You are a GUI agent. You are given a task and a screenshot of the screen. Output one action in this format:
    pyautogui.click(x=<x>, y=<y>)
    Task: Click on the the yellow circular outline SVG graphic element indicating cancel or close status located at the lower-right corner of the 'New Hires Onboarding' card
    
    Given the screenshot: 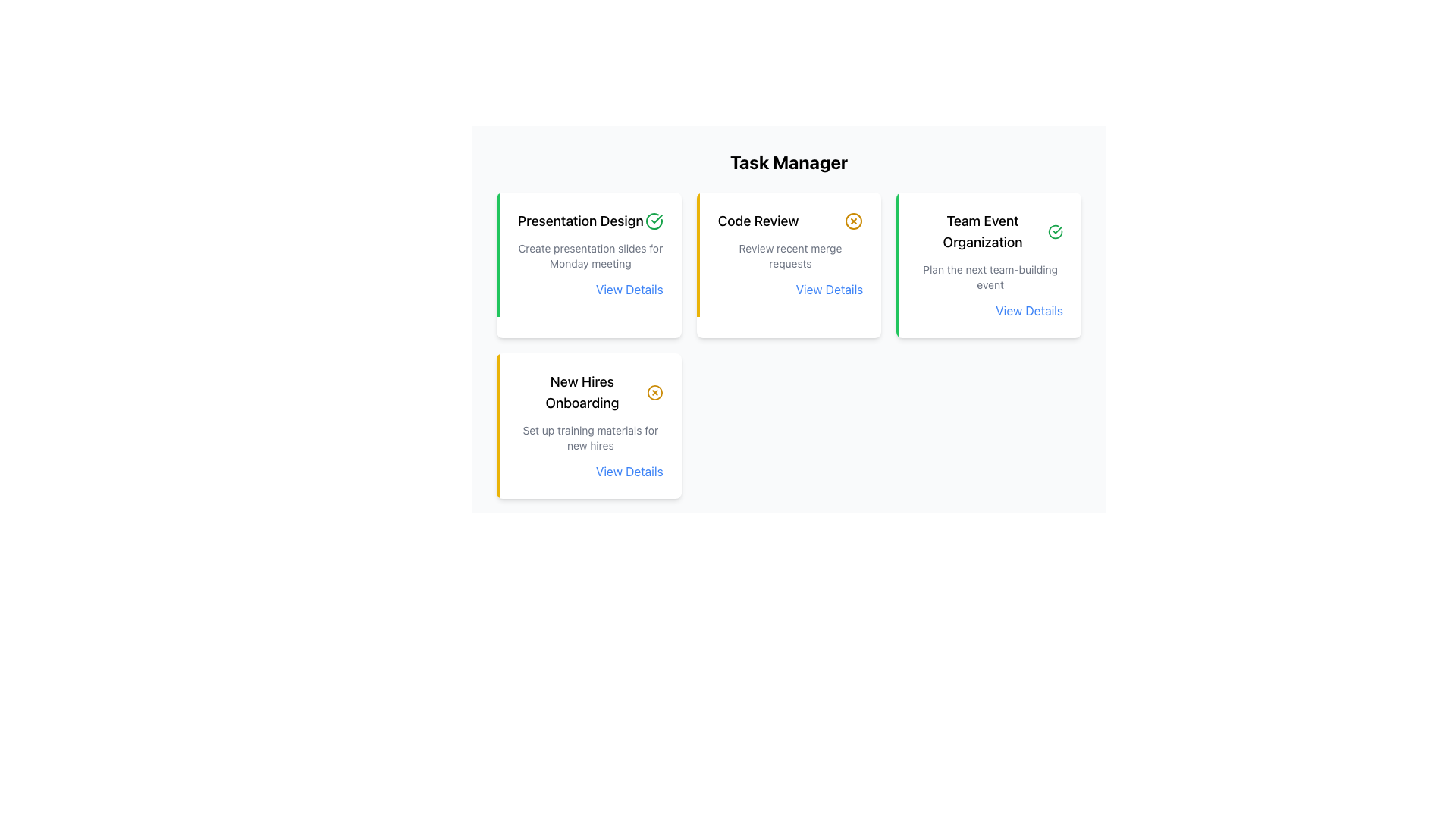 What is the action you would take?
    pyautogui.click(x=654, y=391)
    